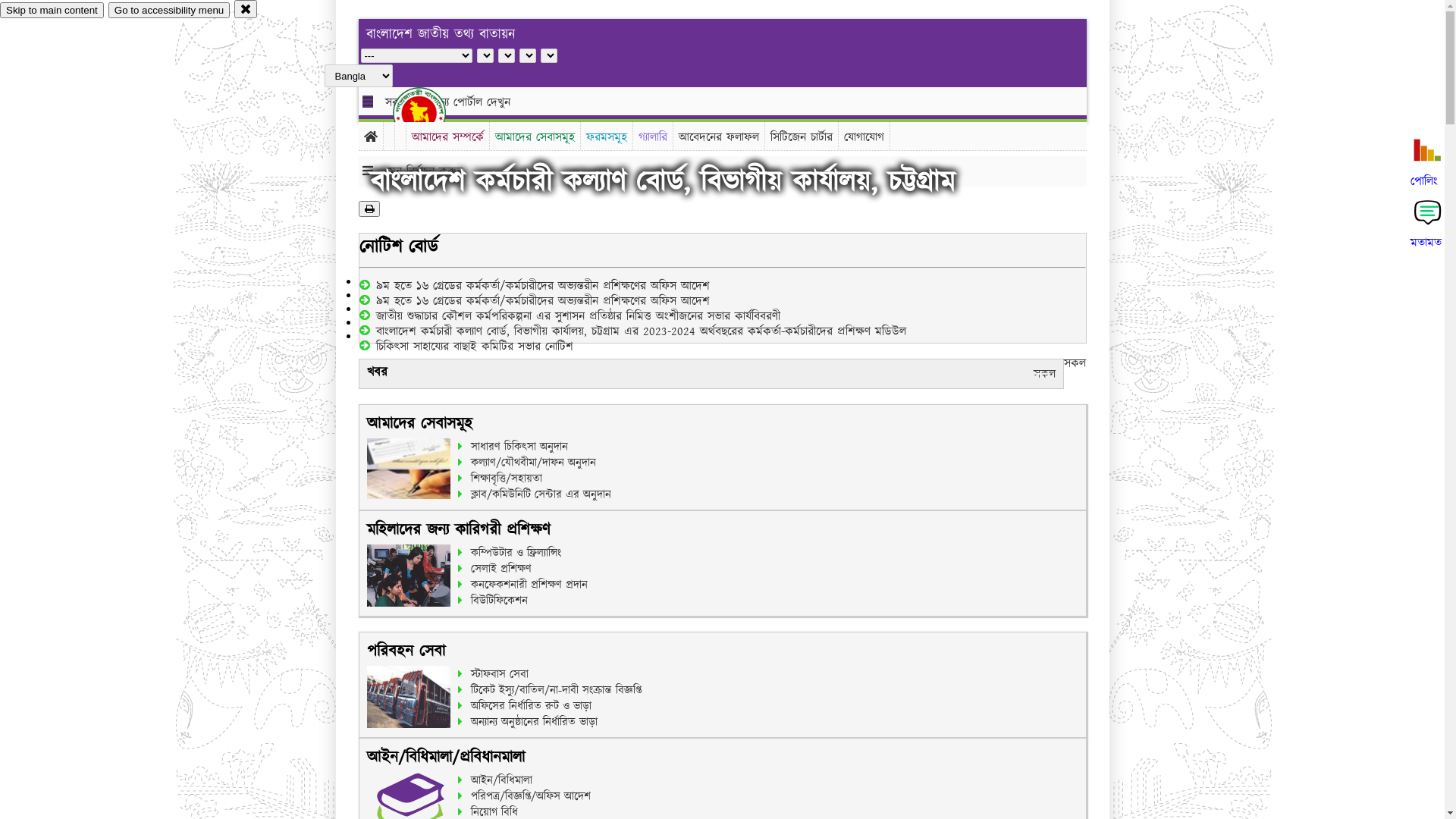  I want to click on 'close', so click(246, 8).